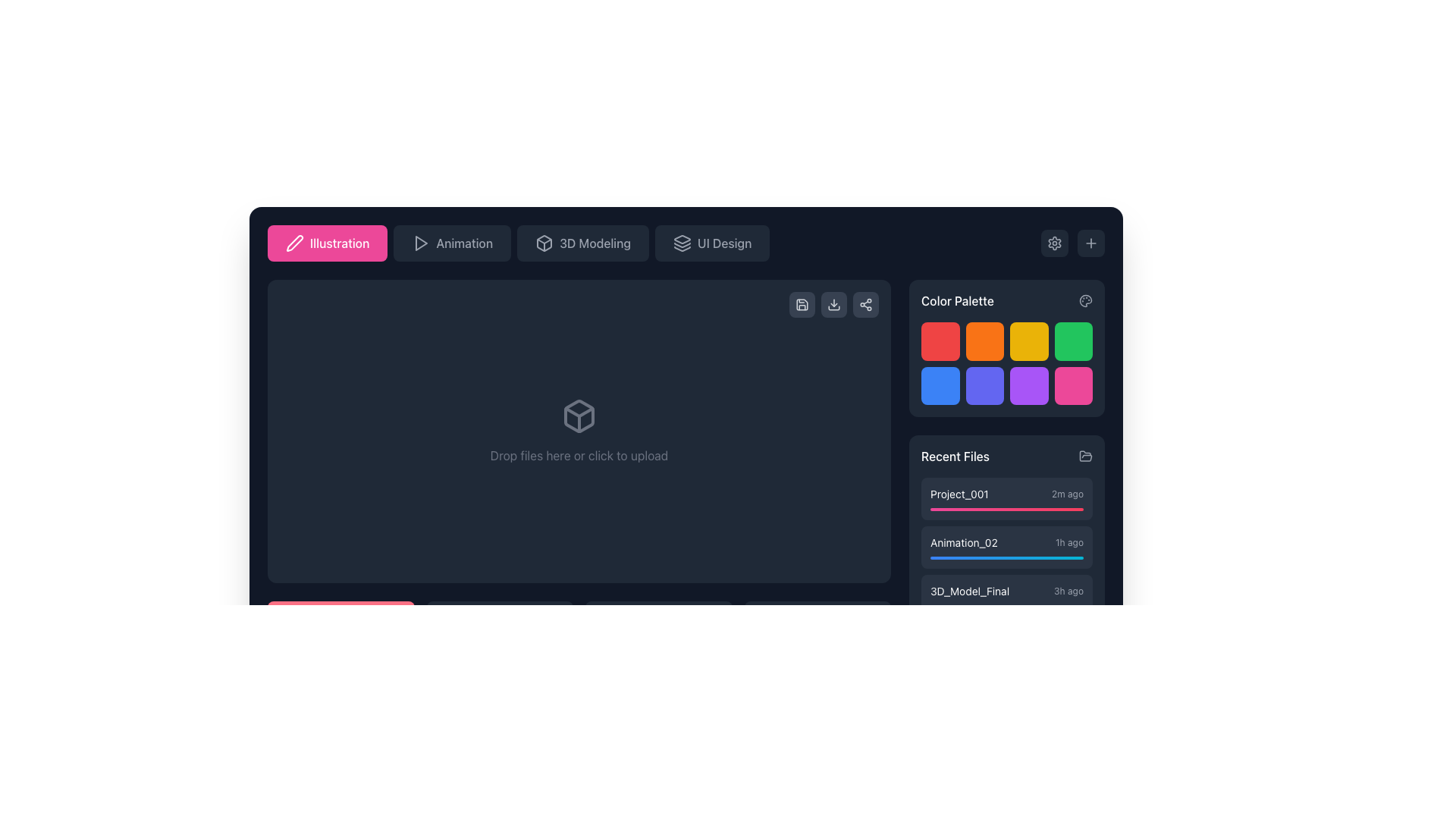 The width and height of the screenshot is (1456, 819). I want to click on the list item representing 'Project_001' in the 'Recent Files' section, so click(1007, 494).